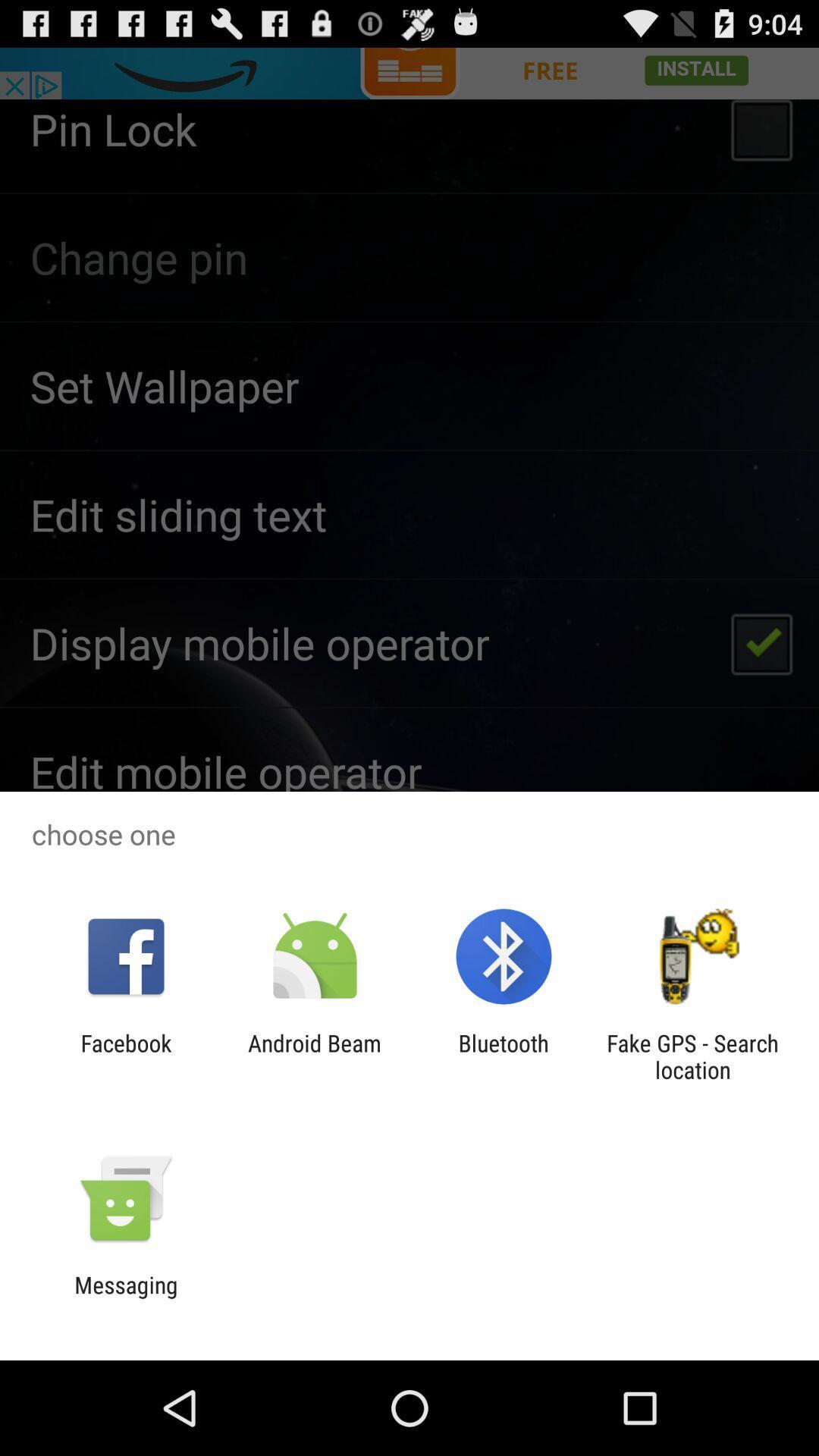  What do you see at coordinates (692, 1056) in the screenshot?
I see `the fake gps search icon` at bounding box center [692, 1056].